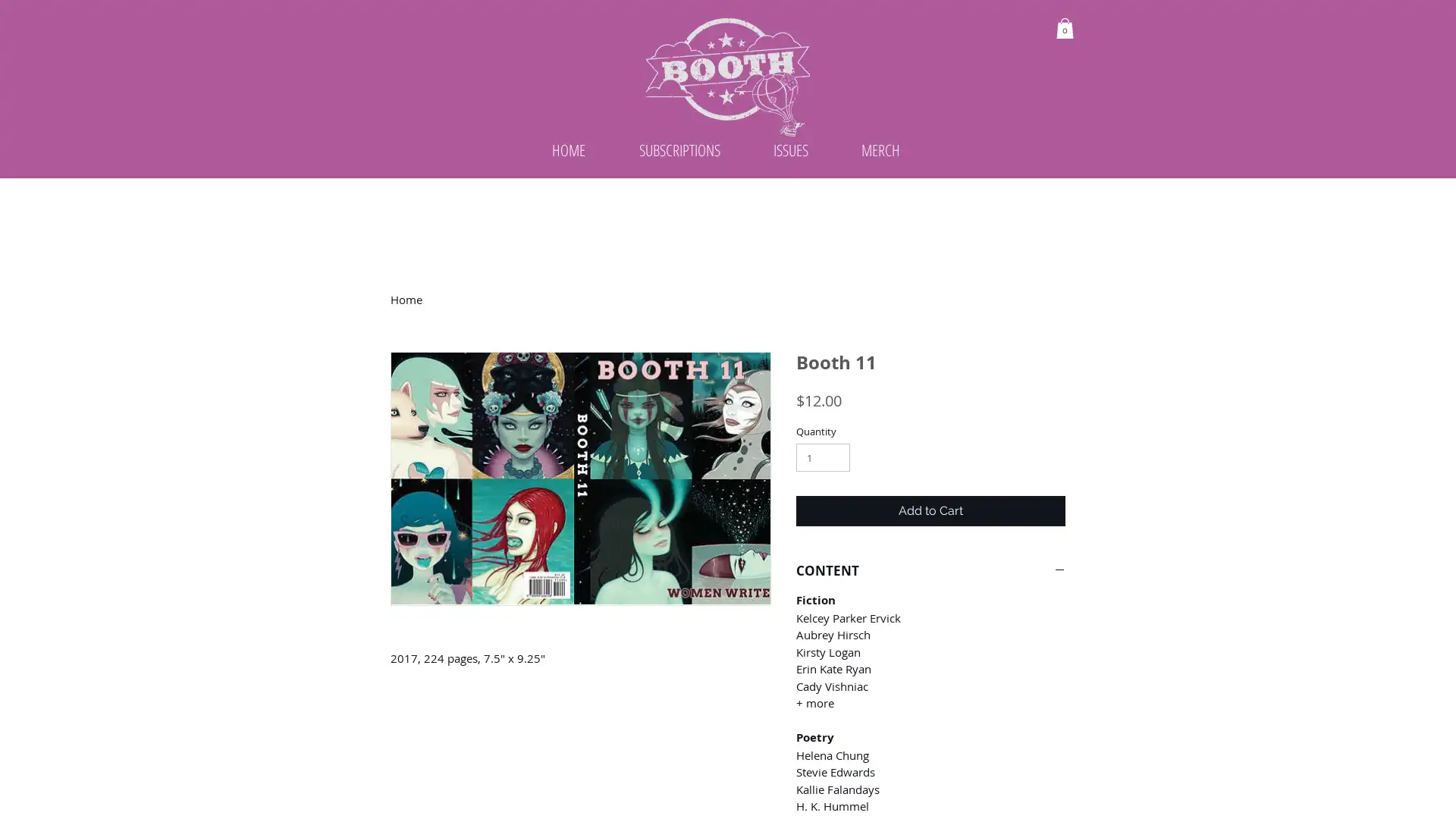 This screenshot has width=1456, height=819. Describe the element at coordinates (930, 511) in the screenshot. I see `Add to Cart` at that location.